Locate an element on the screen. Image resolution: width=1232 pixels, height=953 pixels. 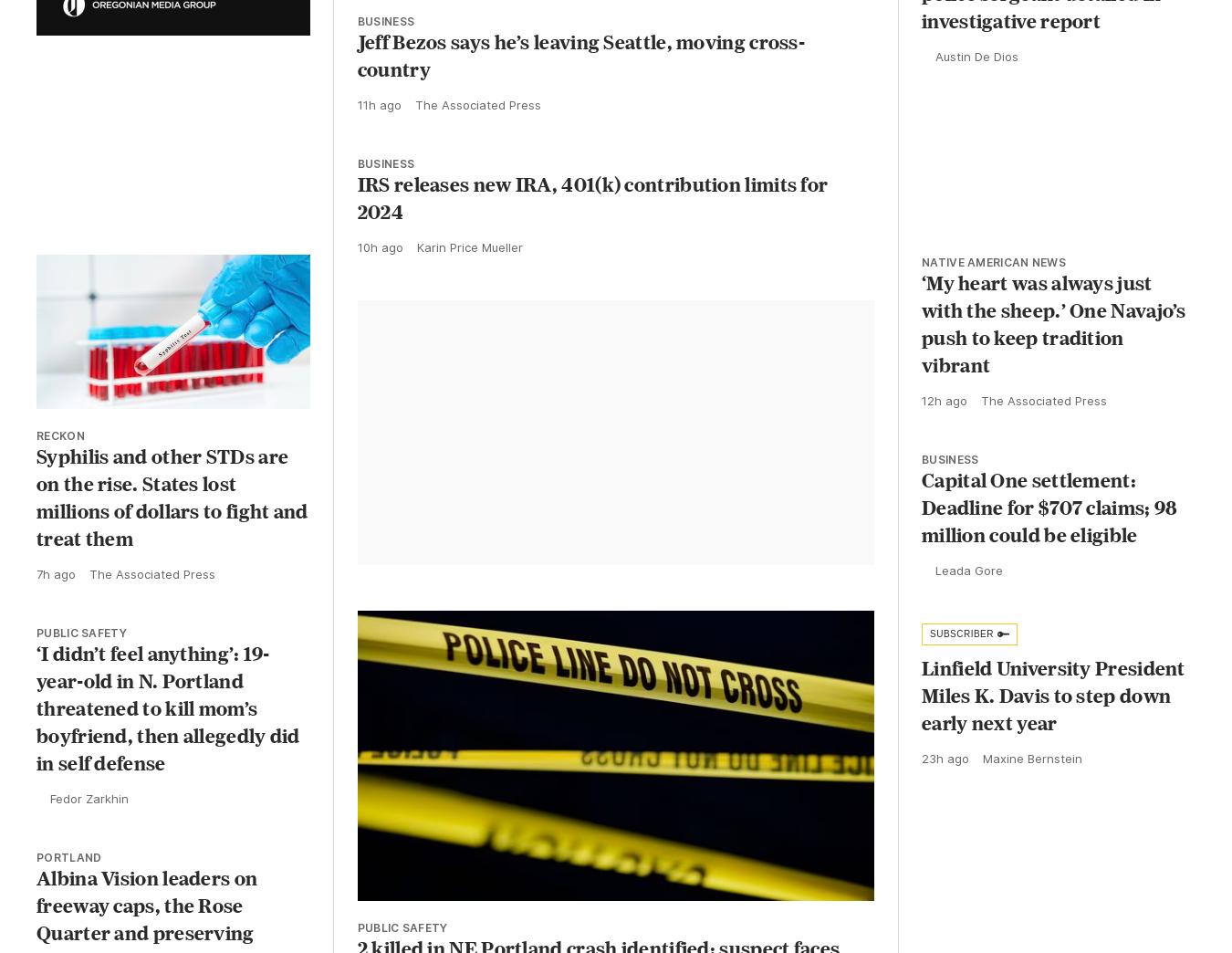
'Leada Gore' is located at coordinates (969, 586).